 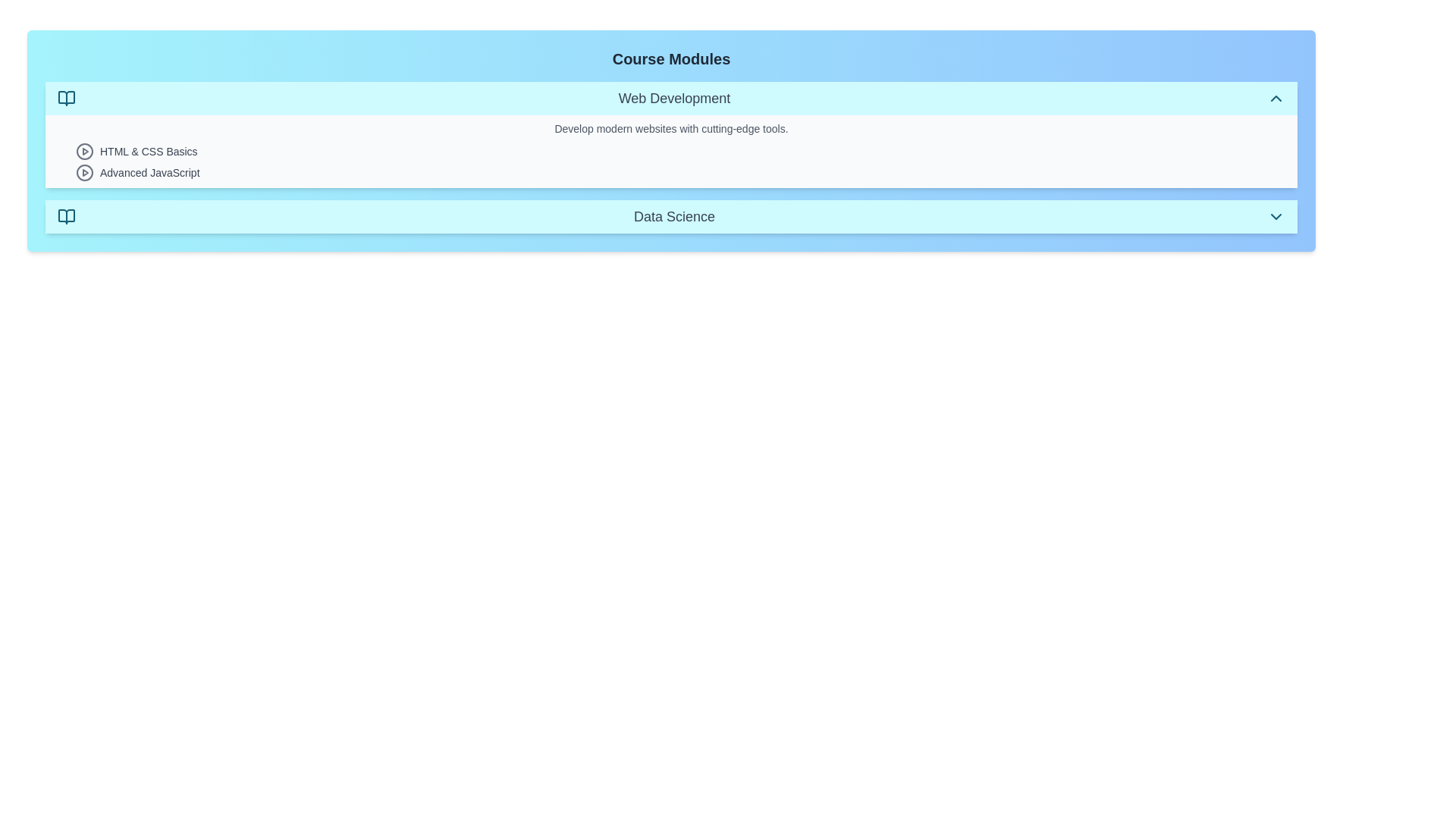 I want to click on the cyan open book icon located in the header of the 'Web Development' section, positioned to the far left before the section title, so click(x=65, y=99).